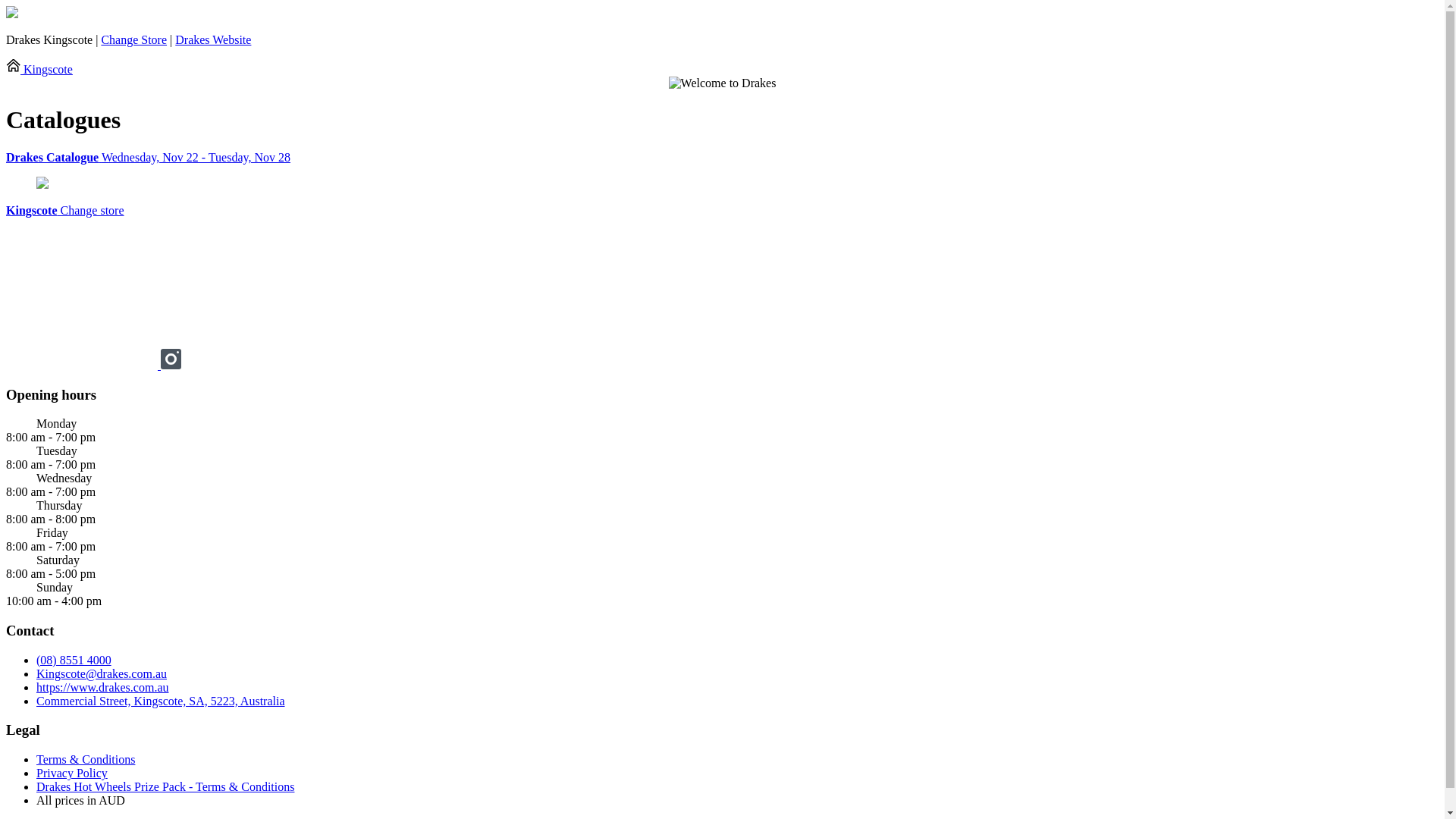 The width and height of the screenshot is (1456, 819). I want to click on 'Commercial Street, Kingscote, SA, 5223, Australia', so click(160, 701).